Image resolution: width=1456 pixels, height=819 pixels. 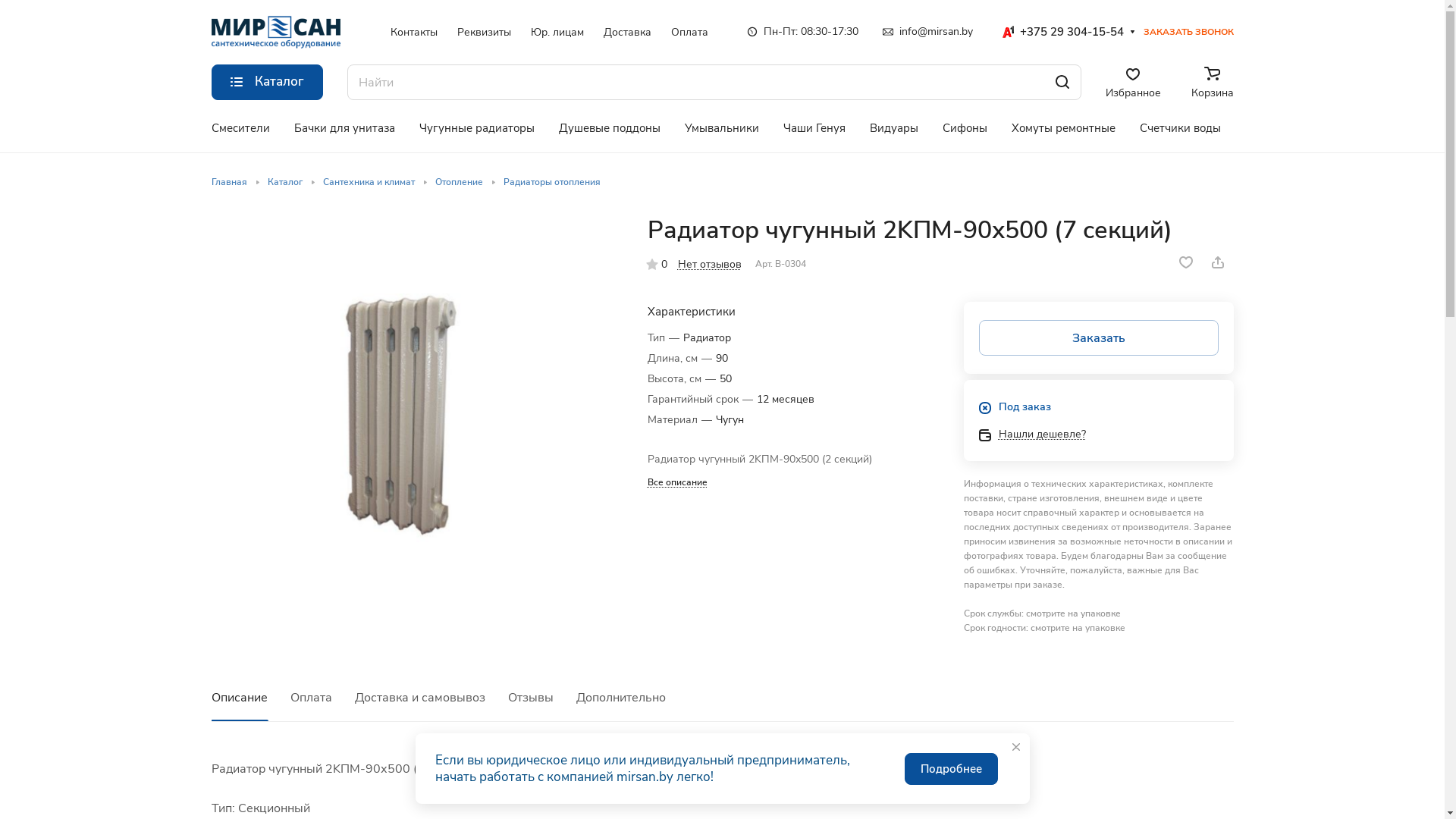 I want to click on '+375 29 304-15-54', so click(x=1061, y=32).